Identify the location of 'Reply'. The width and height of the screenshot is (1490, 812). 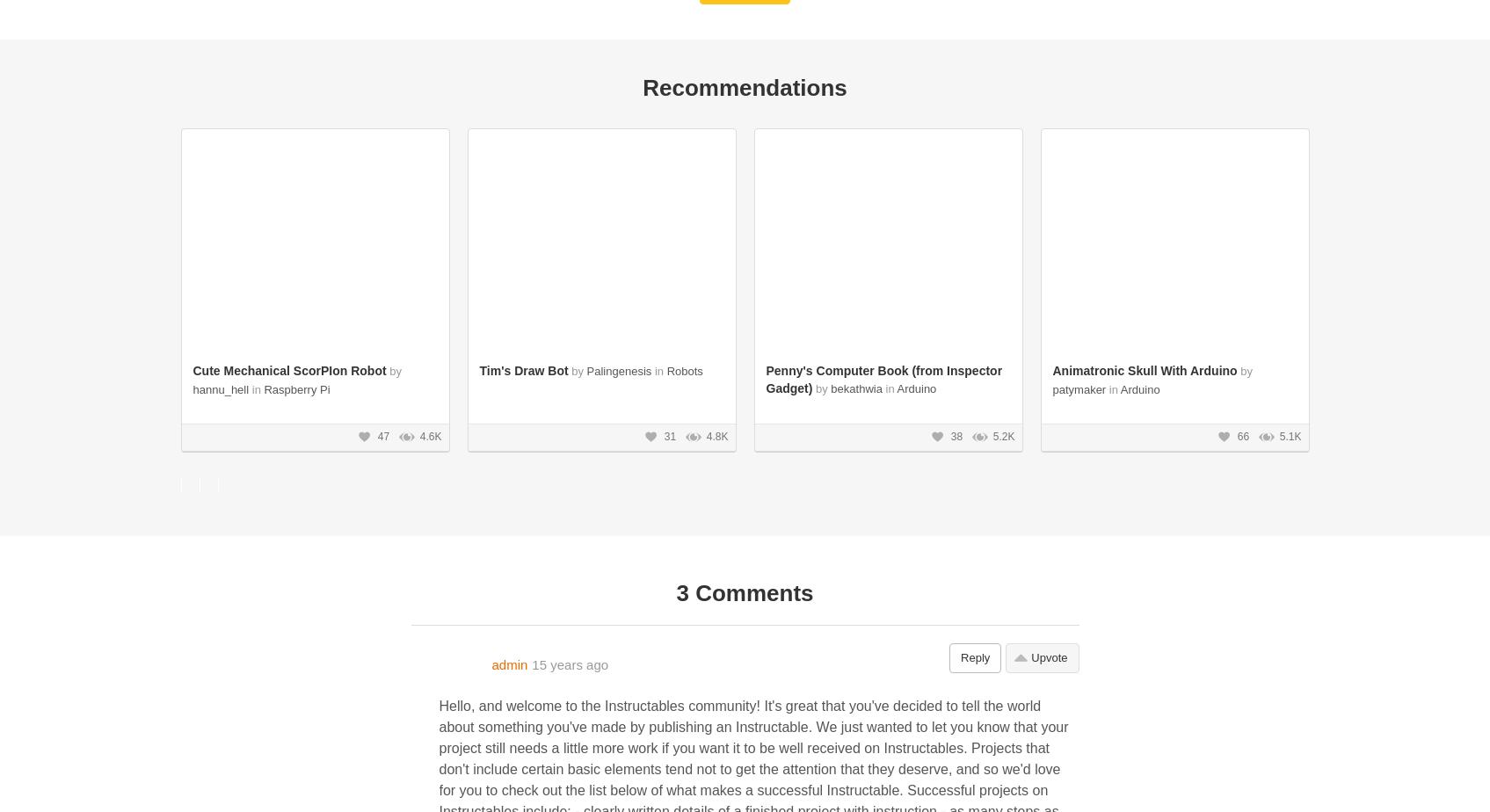
(974, 657).